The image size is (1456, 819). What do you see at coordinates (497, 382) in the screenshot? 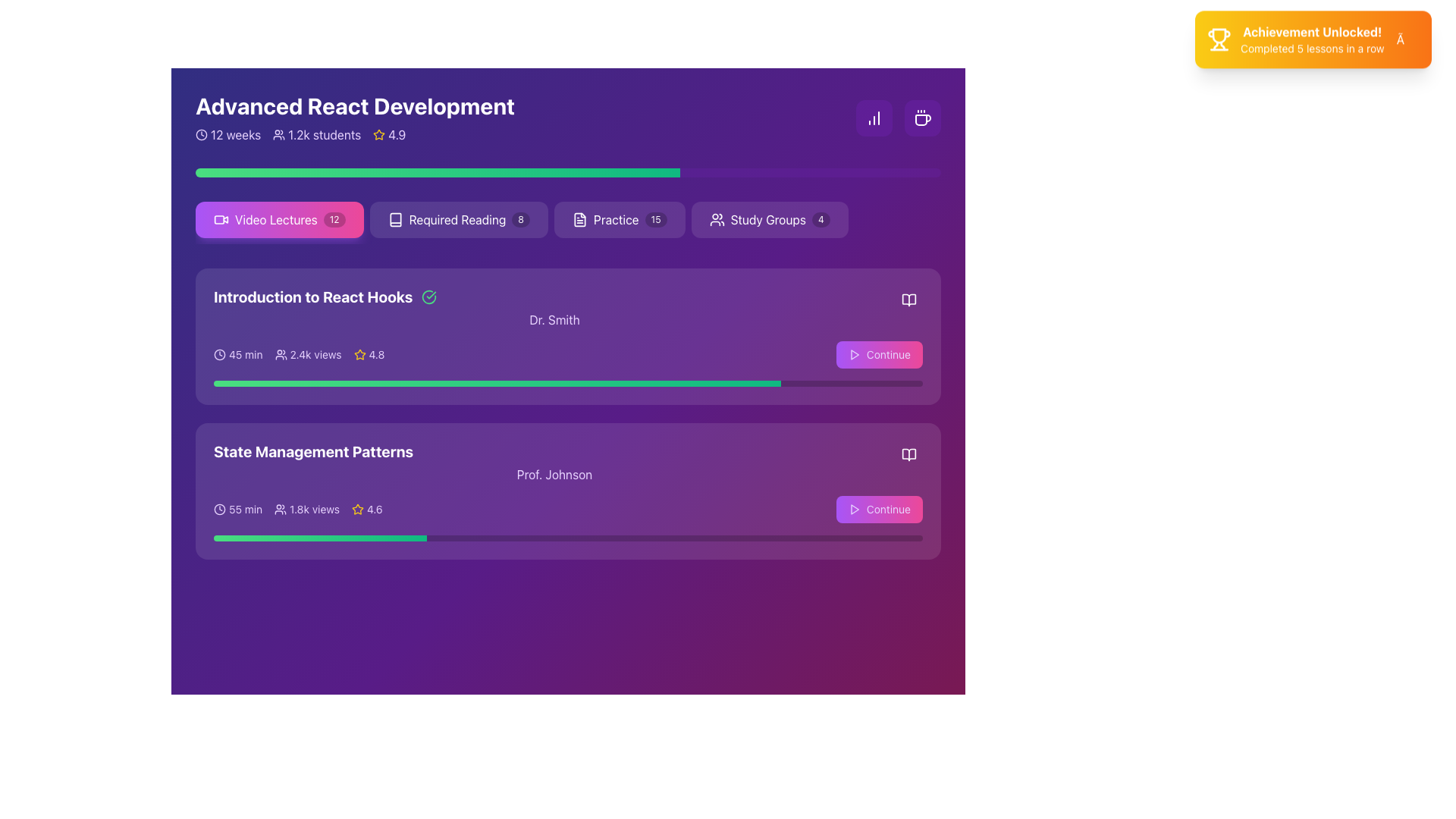
I see `the inner indicator of the progress bar within the 'Introduction to React Hooks' lesson card, which features a gradient-filled bar ranging from green to emerald colors` at bounding box center [497, 382].